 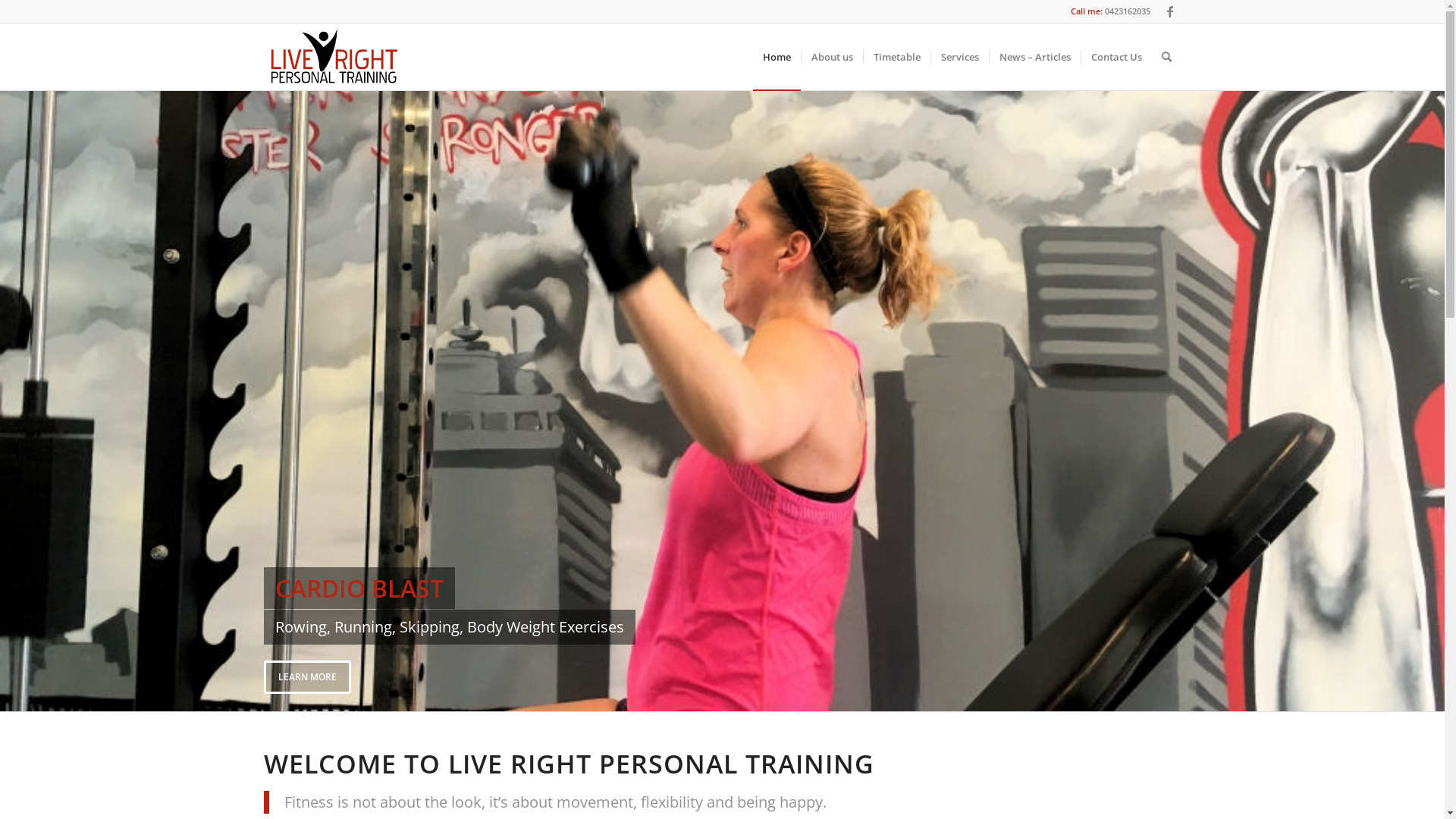 I want to click on 'Timetable', so click(x=896, y=55).